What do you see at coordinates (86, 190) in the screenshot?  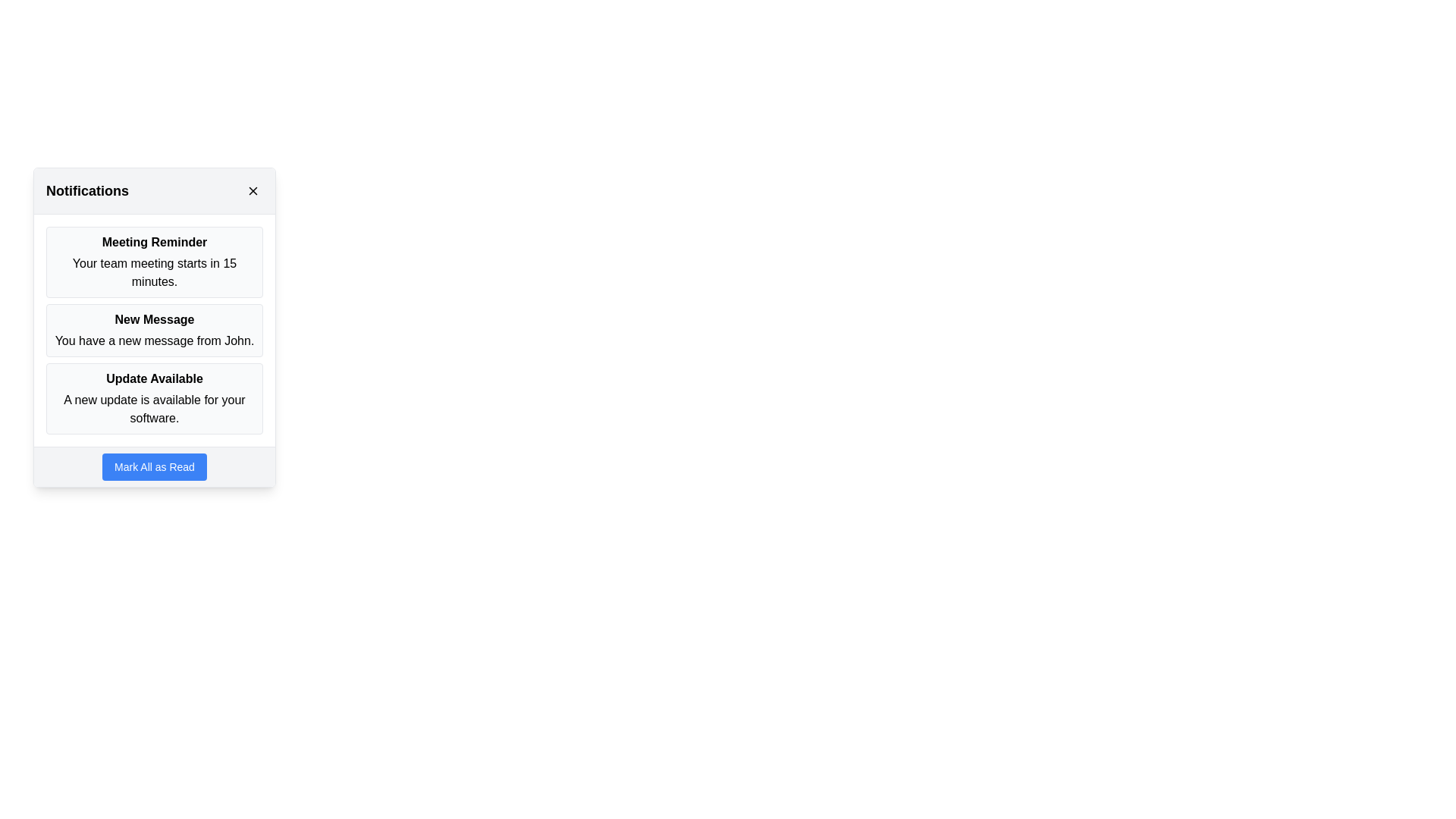 I see `the 'Notifications' text label, which is bold and larger, located at the top left of the panel before the 'Close Panel' button` at bounding box center [86, 190].